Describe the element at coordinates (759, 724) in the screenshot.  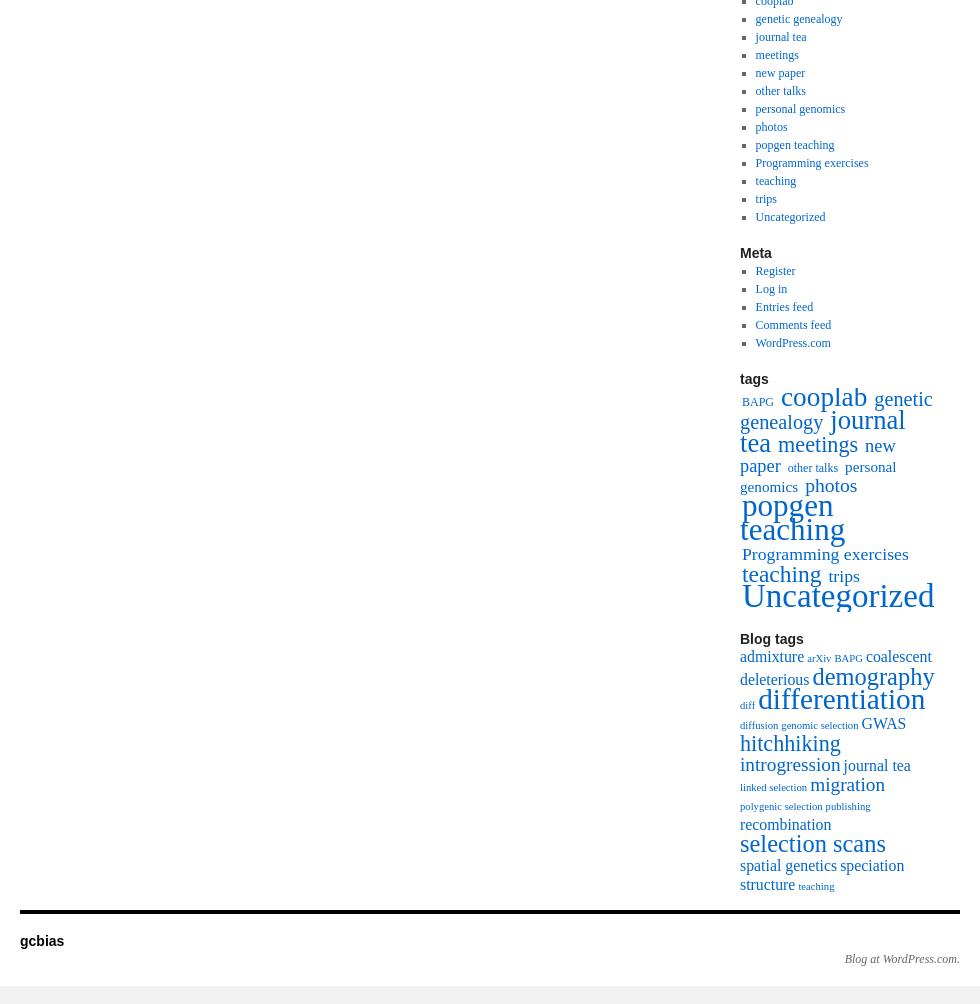
I see `'diffusion'` at that location.